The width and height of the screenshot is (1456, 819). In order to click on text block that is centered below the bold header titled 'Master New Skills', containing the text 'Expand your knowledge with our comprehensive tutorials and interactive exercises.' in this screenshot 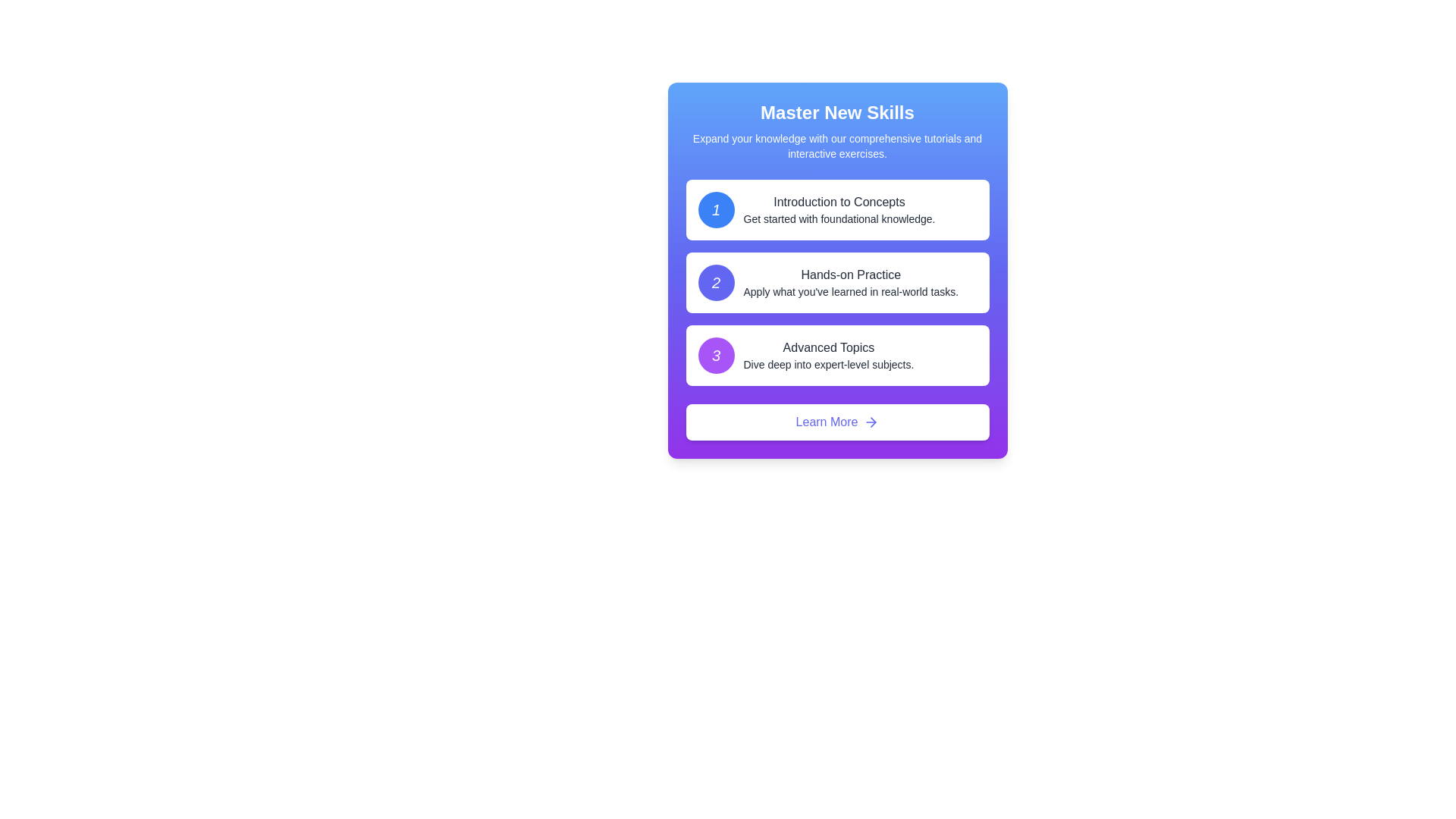, I will do `click(836, 146)`.